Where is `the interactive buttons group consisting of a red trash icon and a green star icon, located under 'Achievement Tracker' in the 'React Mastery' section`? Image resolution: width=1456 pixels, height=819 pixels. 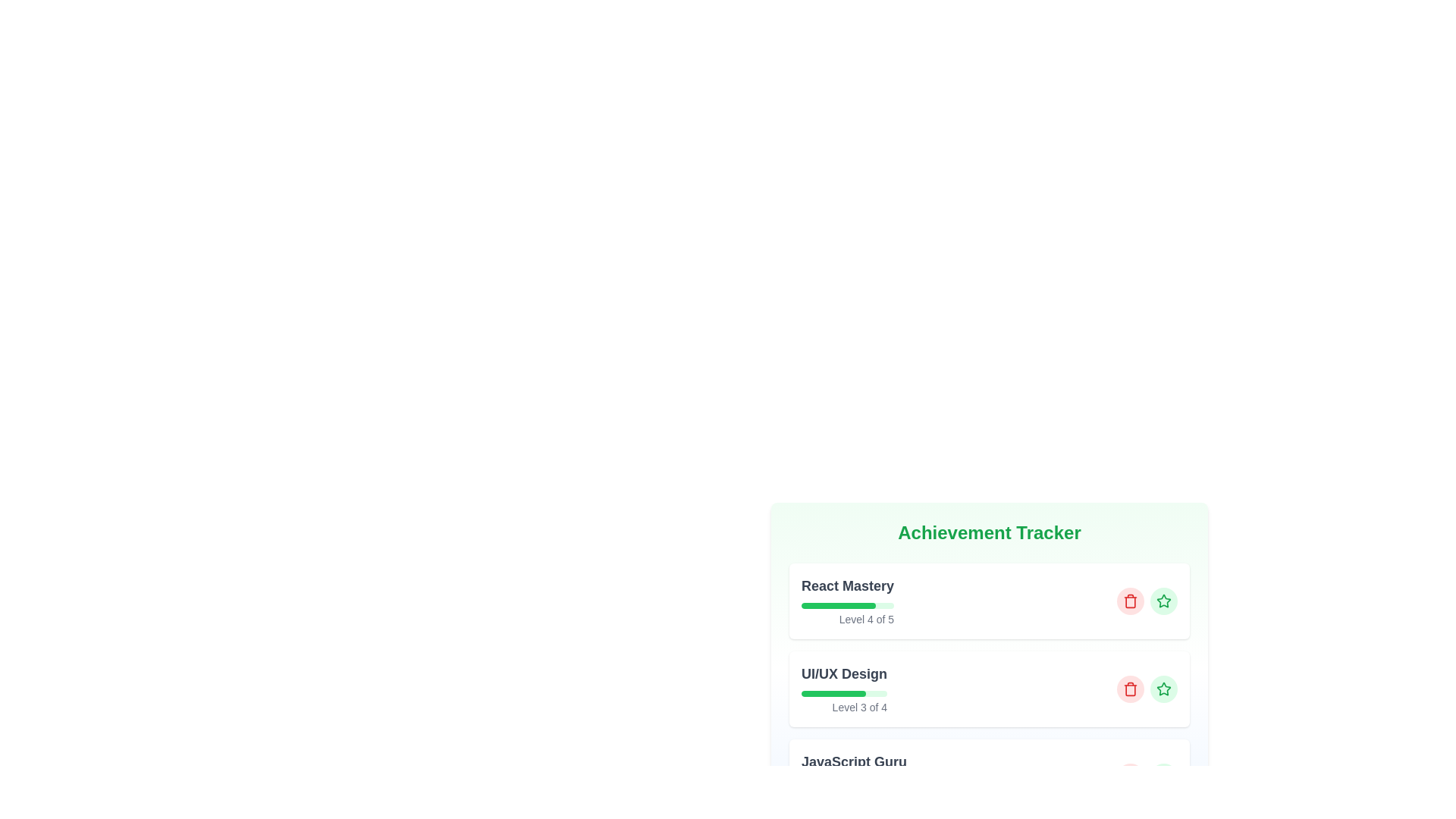 the interactive buttons group consisting of a red trash icon and a green star icon, located under 'Achievement Tracker' in the 'React Mastery' section is located at coordinates (1147, 601).